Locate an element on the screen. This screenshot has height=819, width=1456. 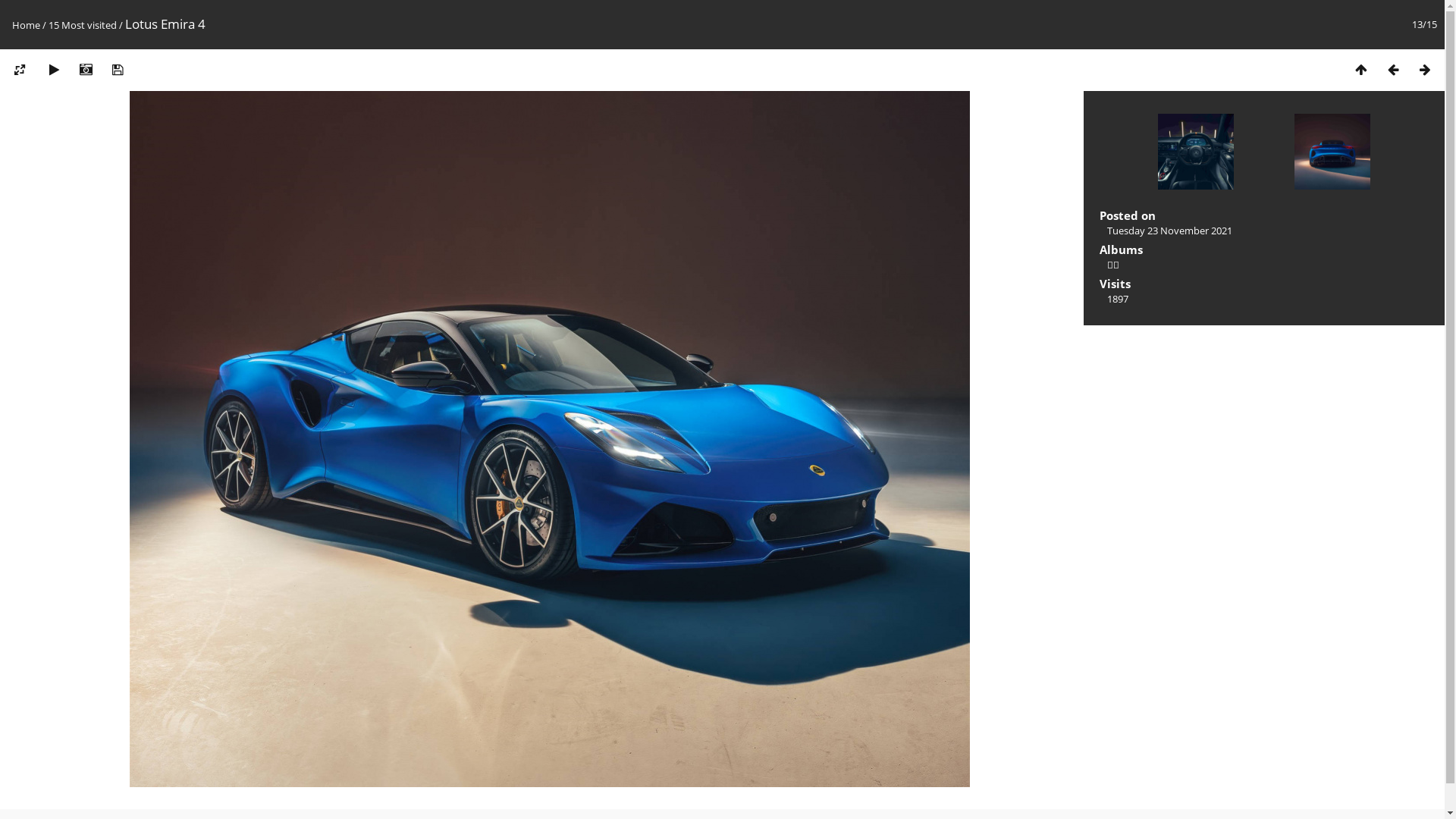
'Home' is located at coordinates (26, 25).